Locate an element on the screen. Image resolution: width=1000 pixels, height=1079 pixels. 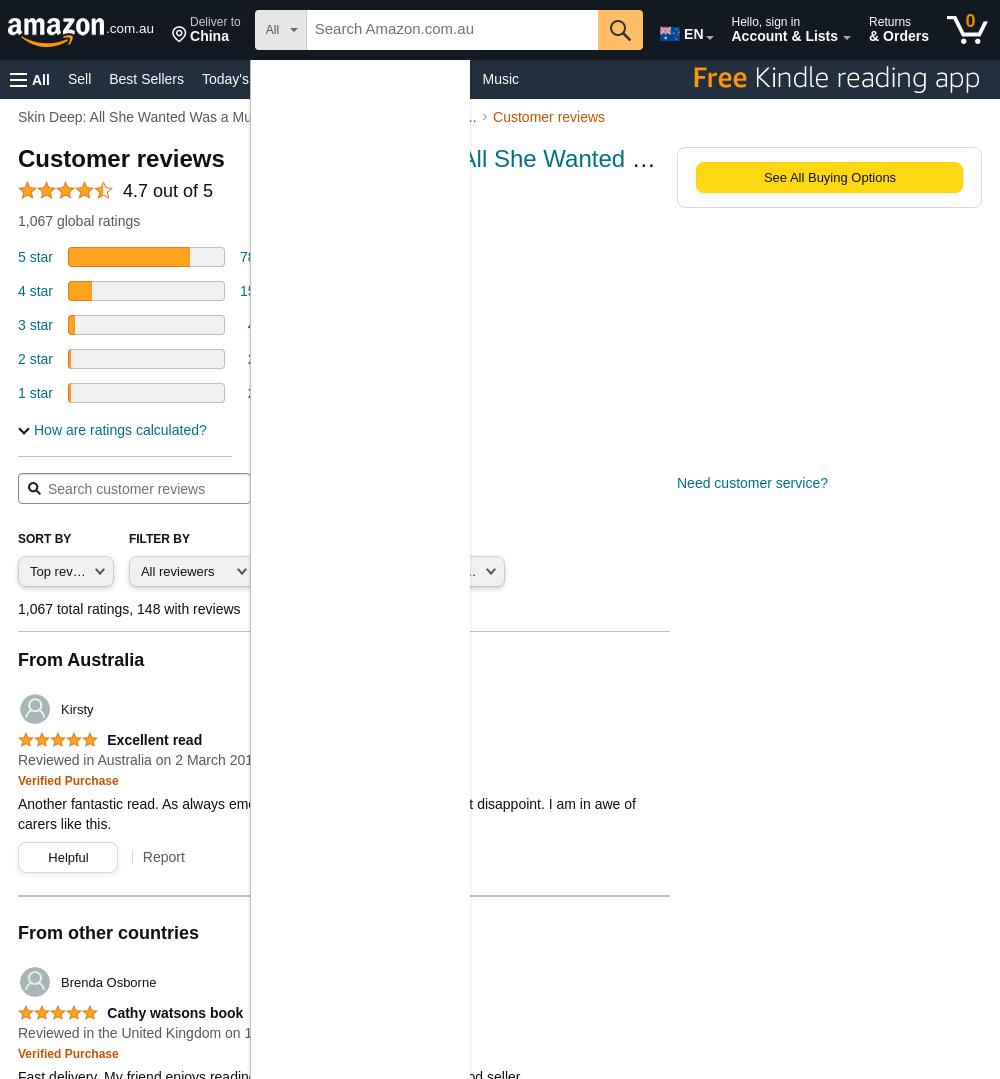
'Toys & Games' is located at coordinates (412, 118).